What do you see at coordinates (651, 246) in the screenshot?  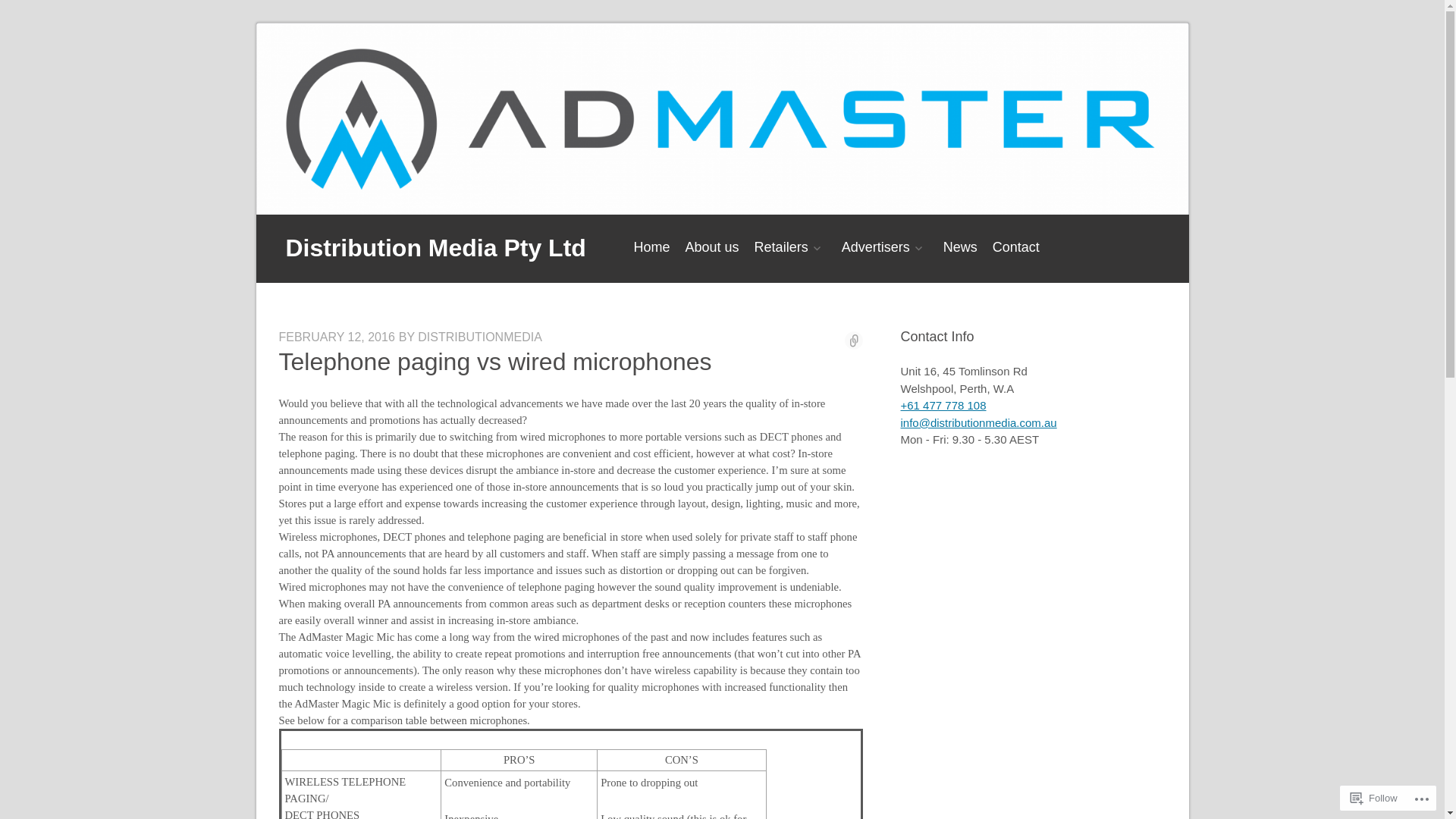 I see `'Home'` at bounding box center [651, 246].